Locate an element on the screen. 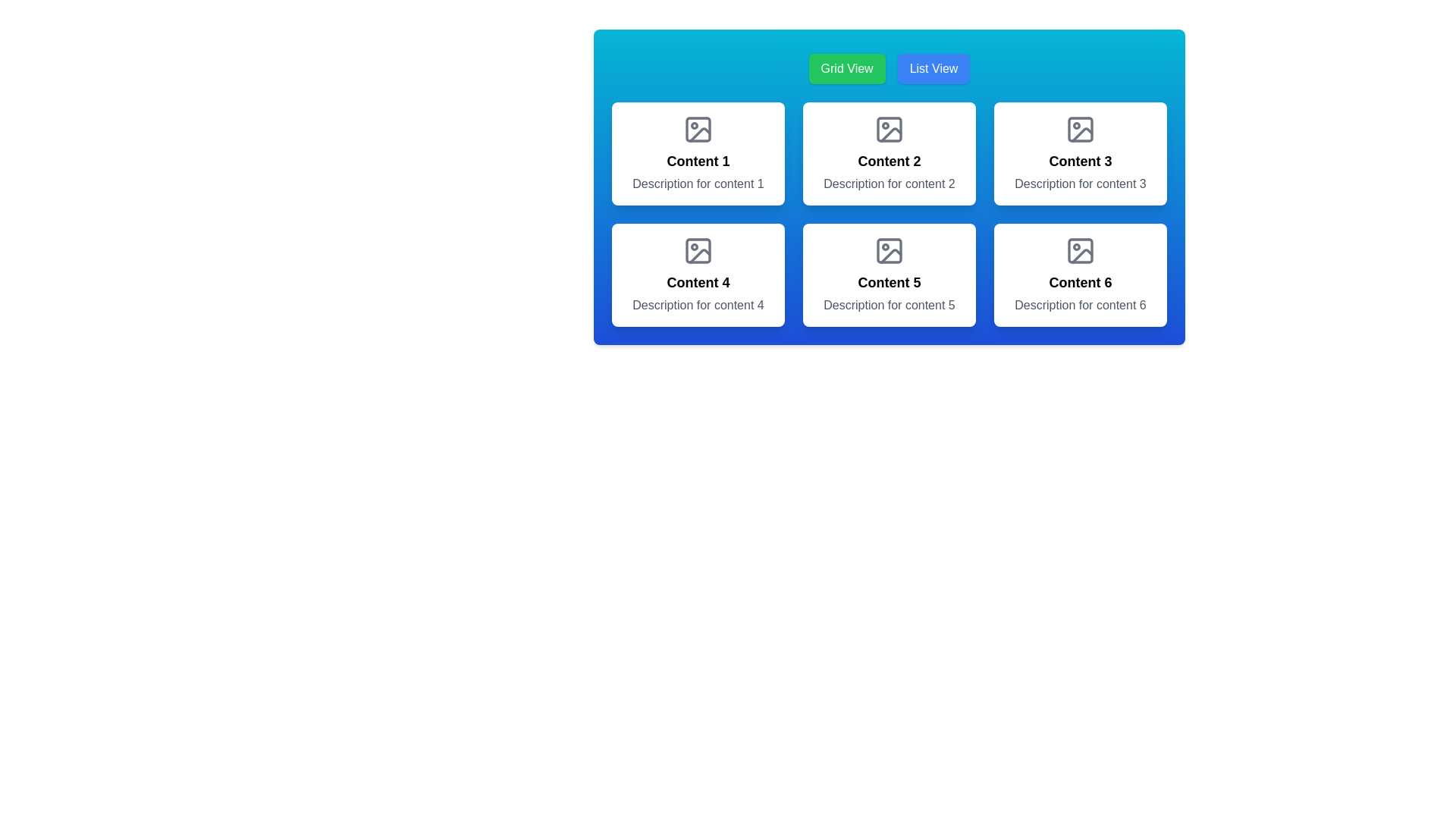  the rectangular icon with rounded corners located in the sixth grid item labeled 'Content 6 Description for content 6' is located at coordinates (1080, 250).